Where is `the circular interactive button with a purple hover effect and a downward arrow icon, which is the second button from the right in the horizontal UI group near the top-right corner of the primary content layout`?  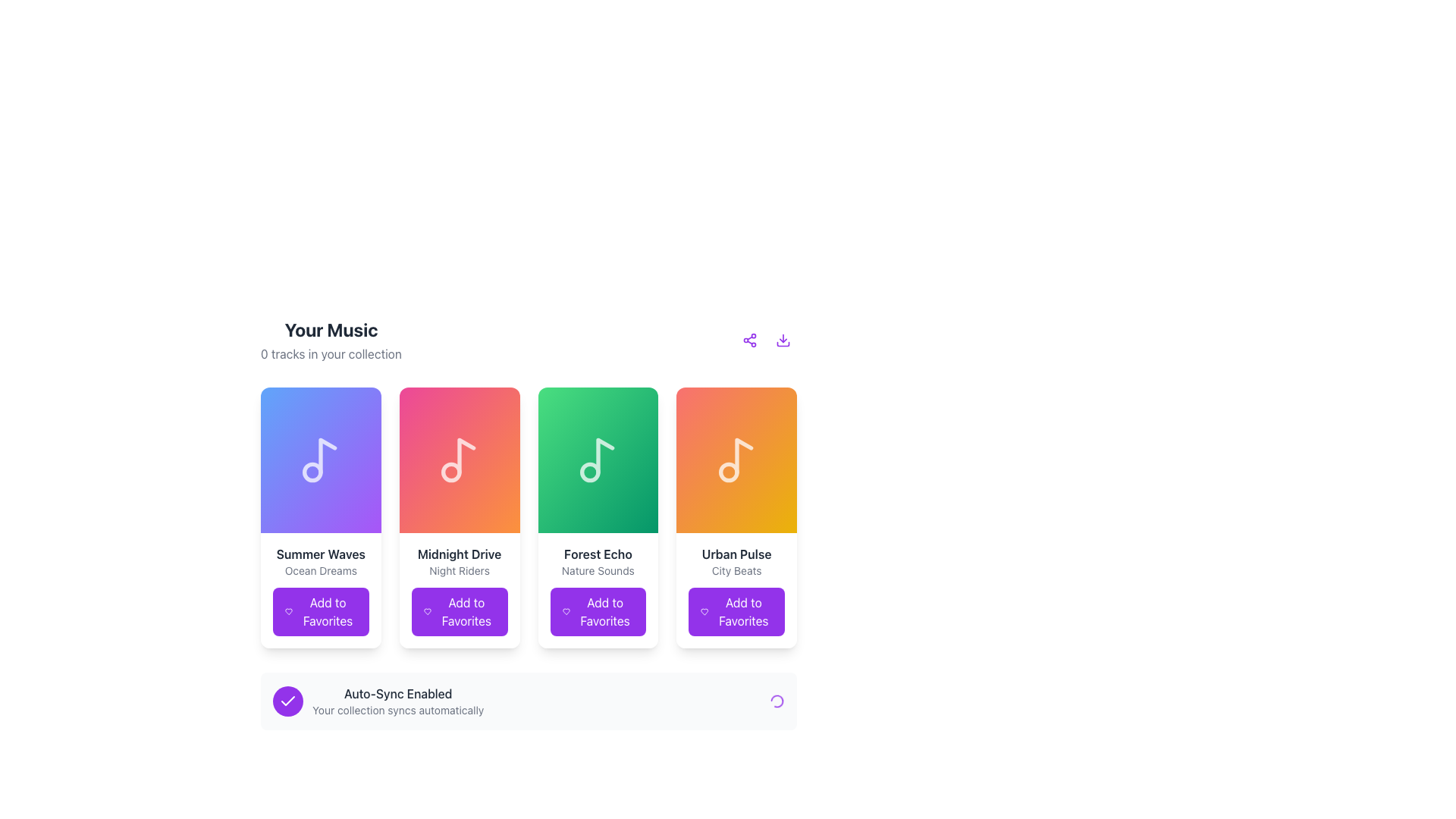 the circular interactive button with a purple hover effect and a downward arrow icon, which is the second button from the right in the horizontal UI group near the top-right corner of the primary content layout is located at coordinates (783, 339).